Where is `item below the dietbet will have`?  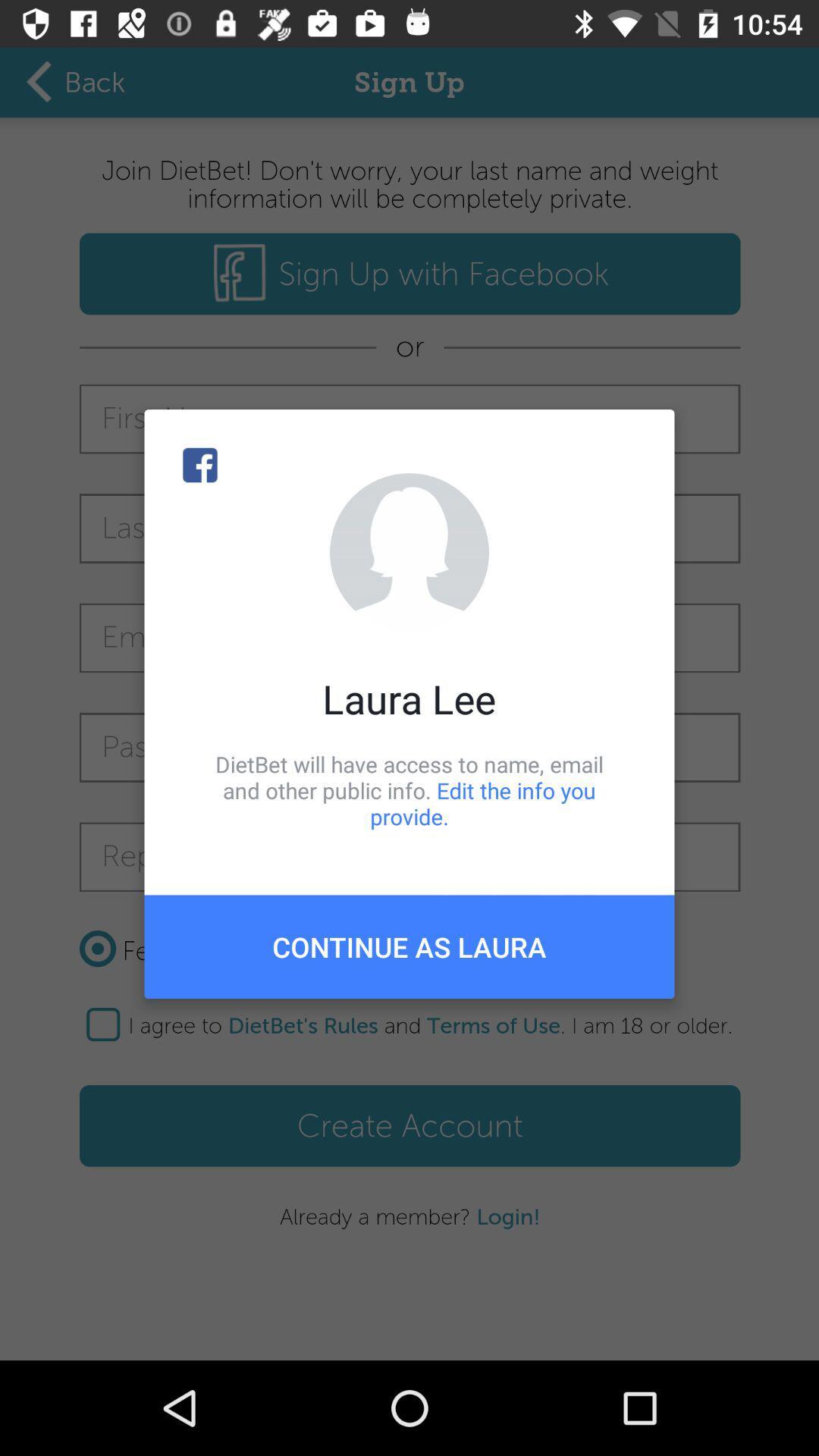 item below the dietbet will have is located at coordinates (409, 946).